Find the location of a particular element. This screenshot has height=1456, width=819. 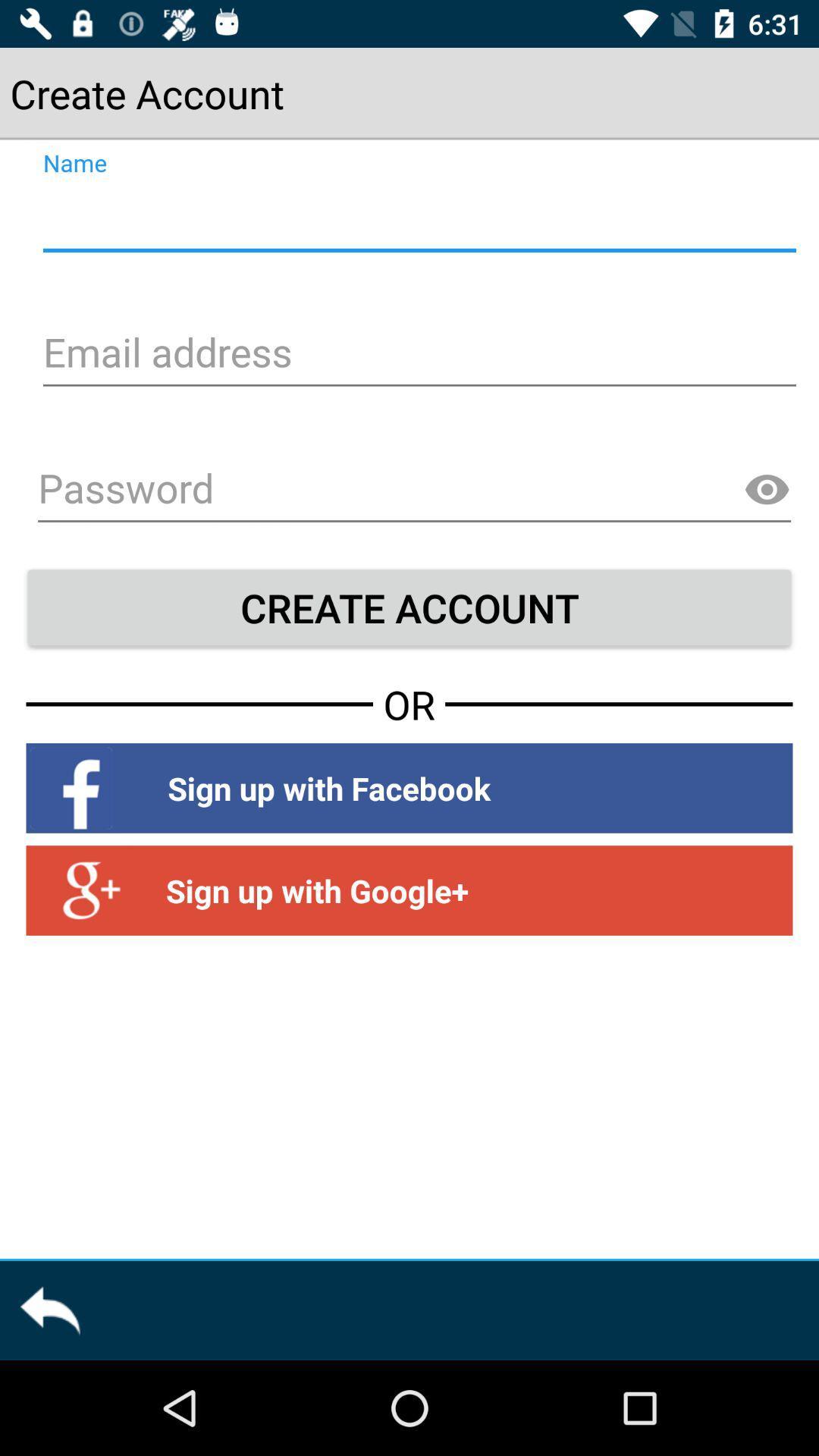

email adress is located at coordinates (417, 354).